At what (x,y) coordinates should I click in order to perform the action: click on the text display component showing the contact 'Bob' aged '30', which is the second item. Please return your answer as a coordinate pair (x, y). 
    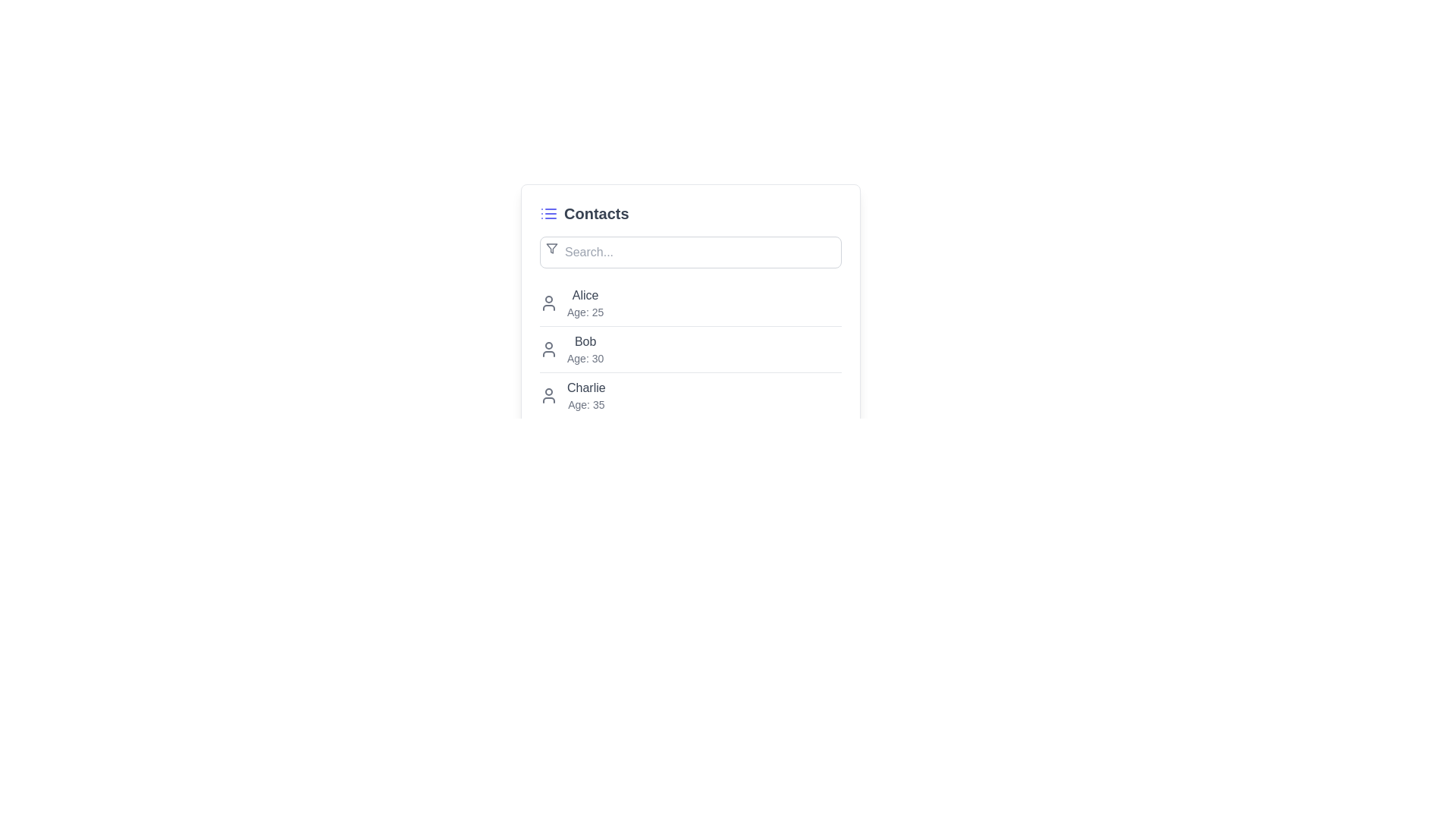
    Looking at the image, I should click on (585, 350).